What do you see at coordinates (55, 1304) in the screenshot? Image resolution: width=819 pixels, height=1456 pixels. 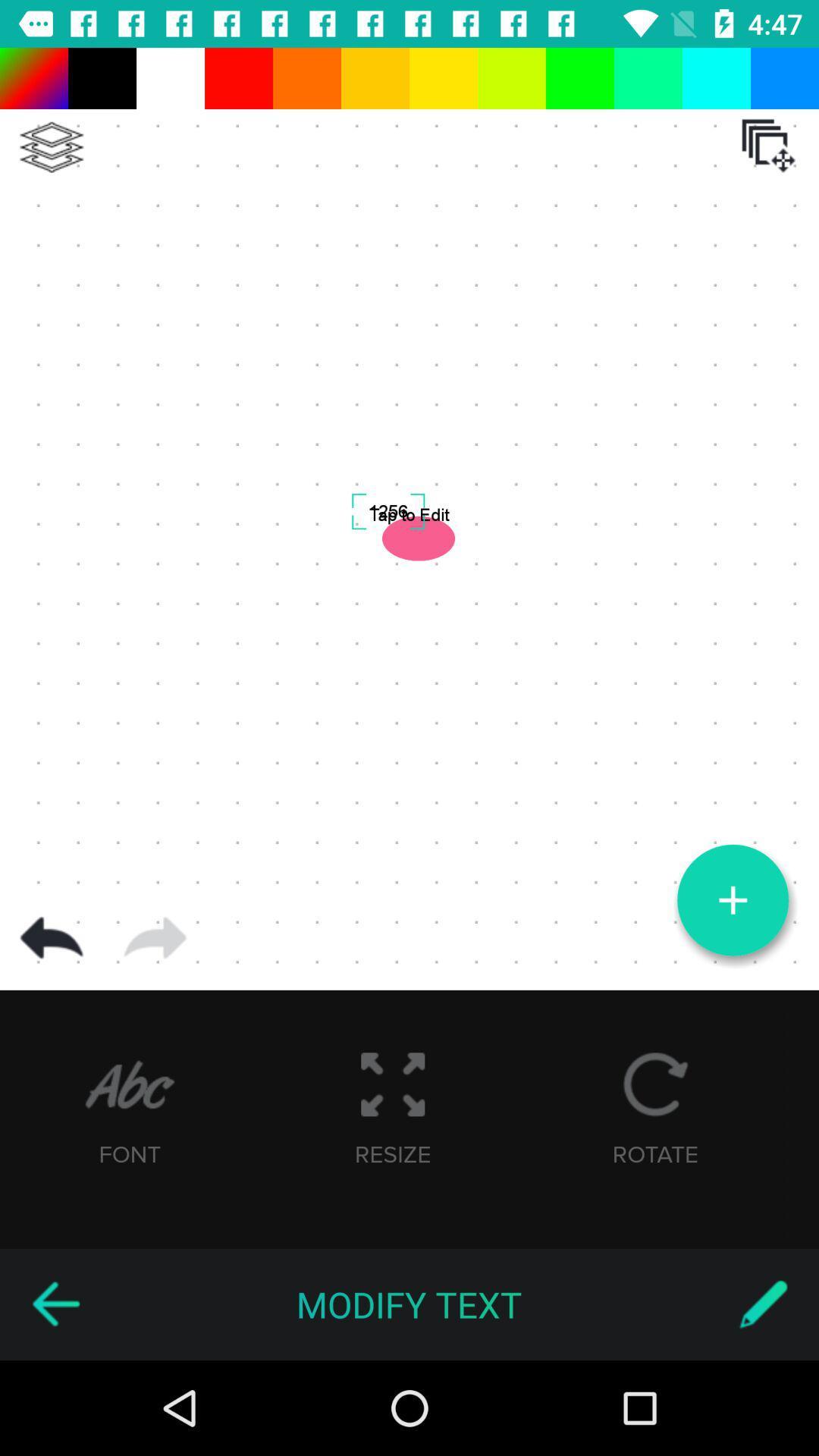 I see `the arrow_backward icon` at bounding box center [55, 1304].